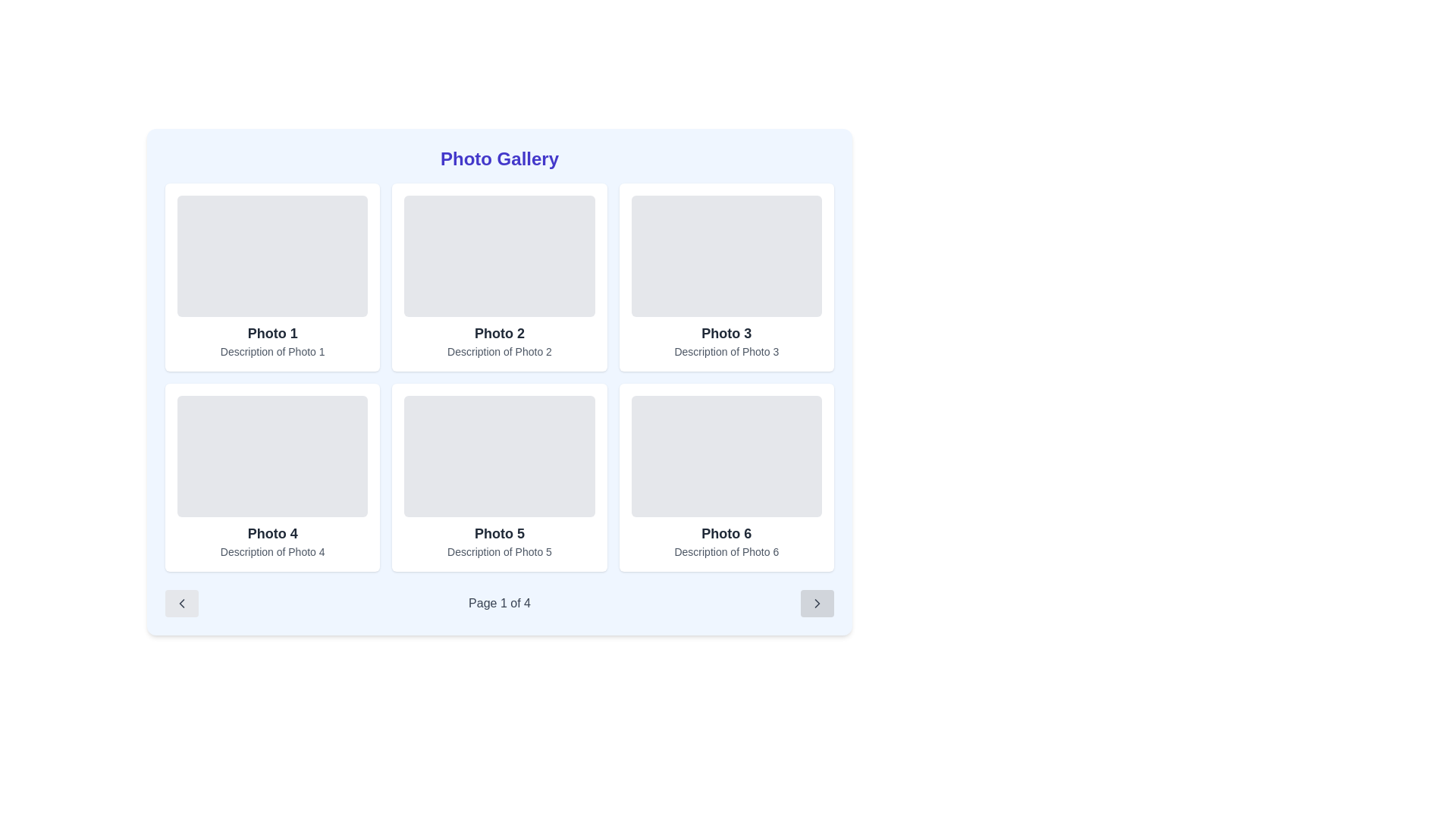 This screenshot has width=1456, height=819. I want to click on the image placeholder element representing 'Photo 1' in the top-left card of the main interface, so click(272, 256).